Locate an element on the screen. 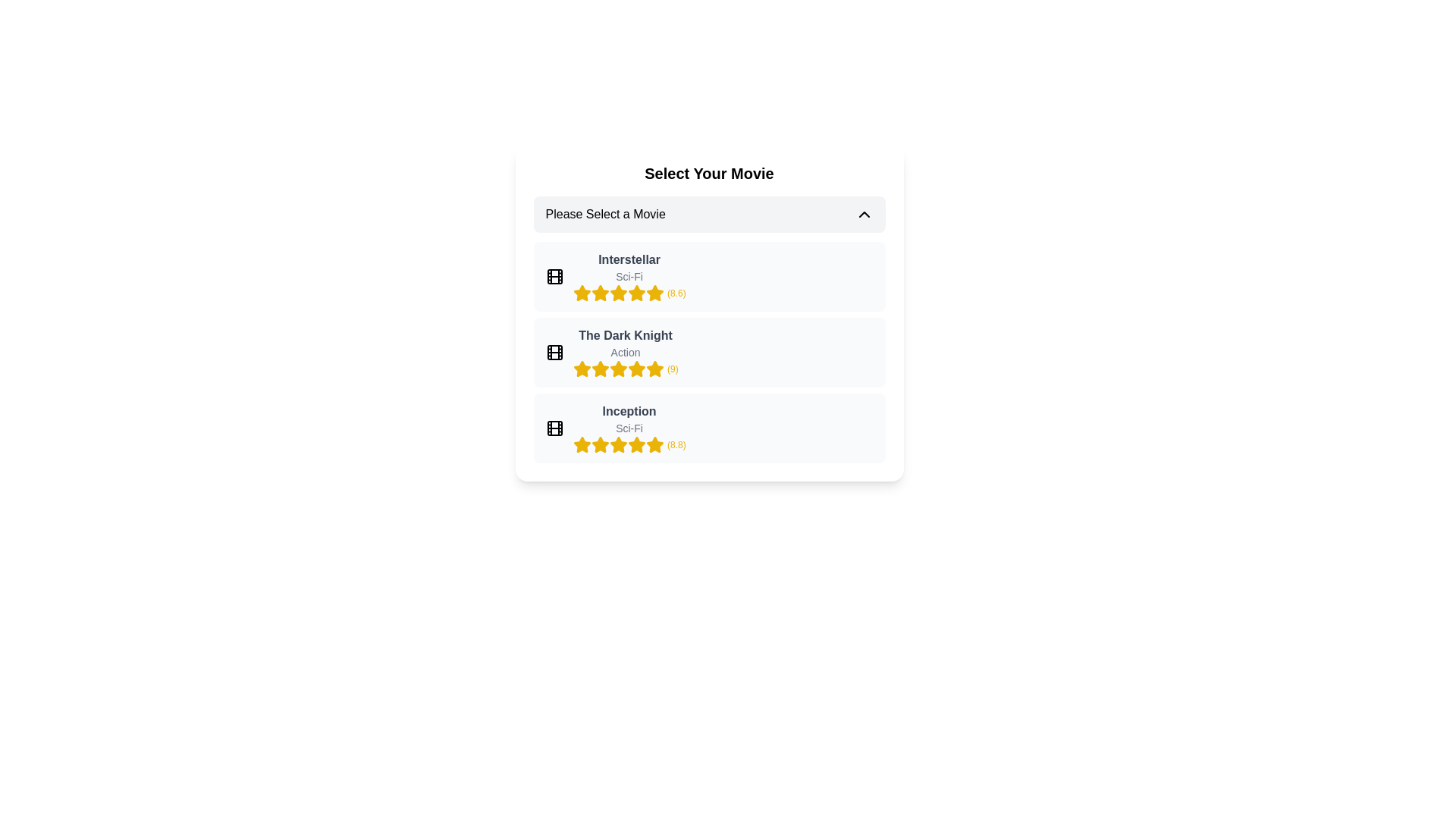  the third rating star under the movie 'Interstellar' to register a rating is located at coordinates (618, 293).